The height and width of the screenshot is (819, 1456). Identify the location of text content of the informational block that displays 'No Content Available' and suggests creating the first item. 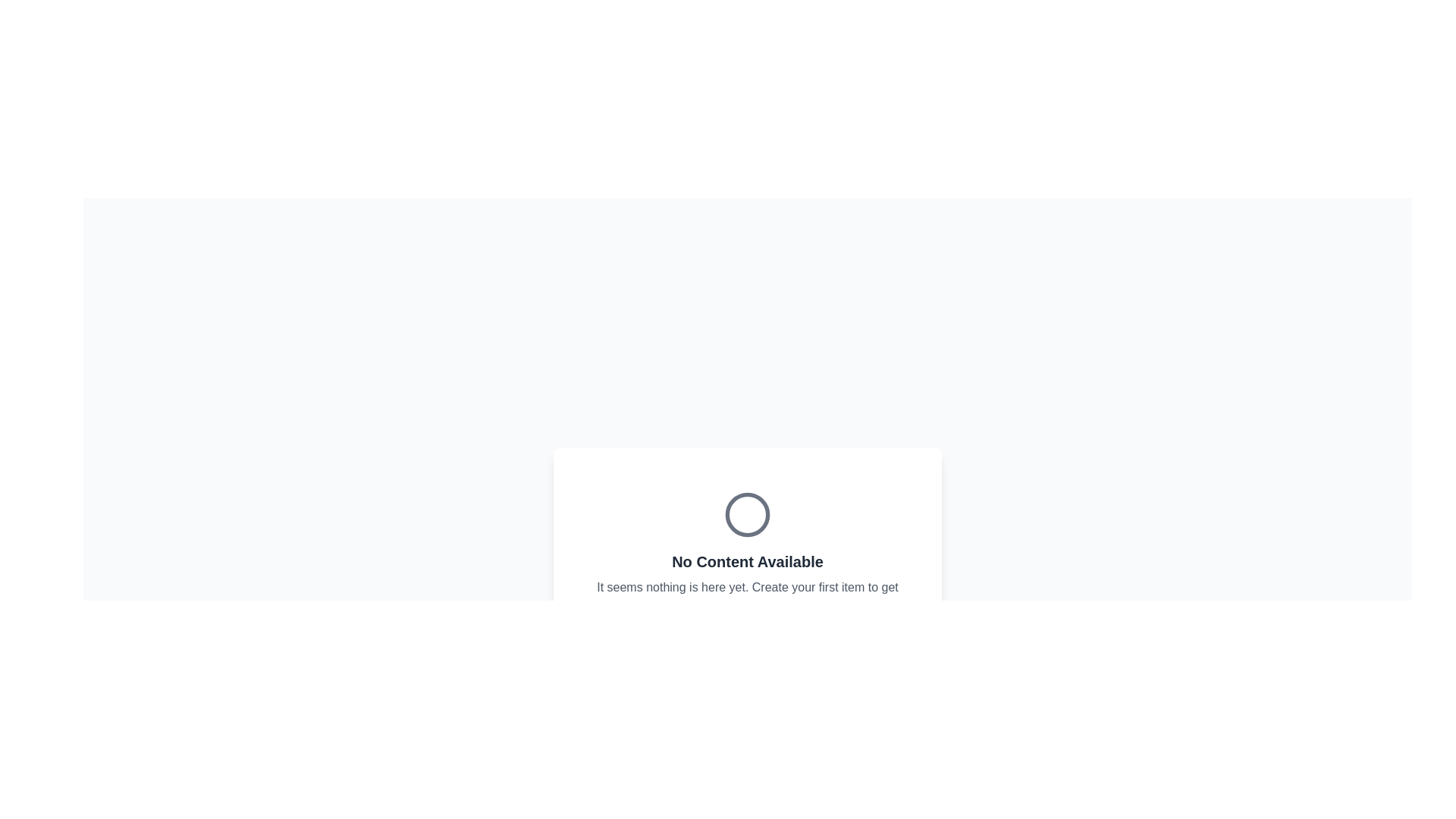
(747, 553).